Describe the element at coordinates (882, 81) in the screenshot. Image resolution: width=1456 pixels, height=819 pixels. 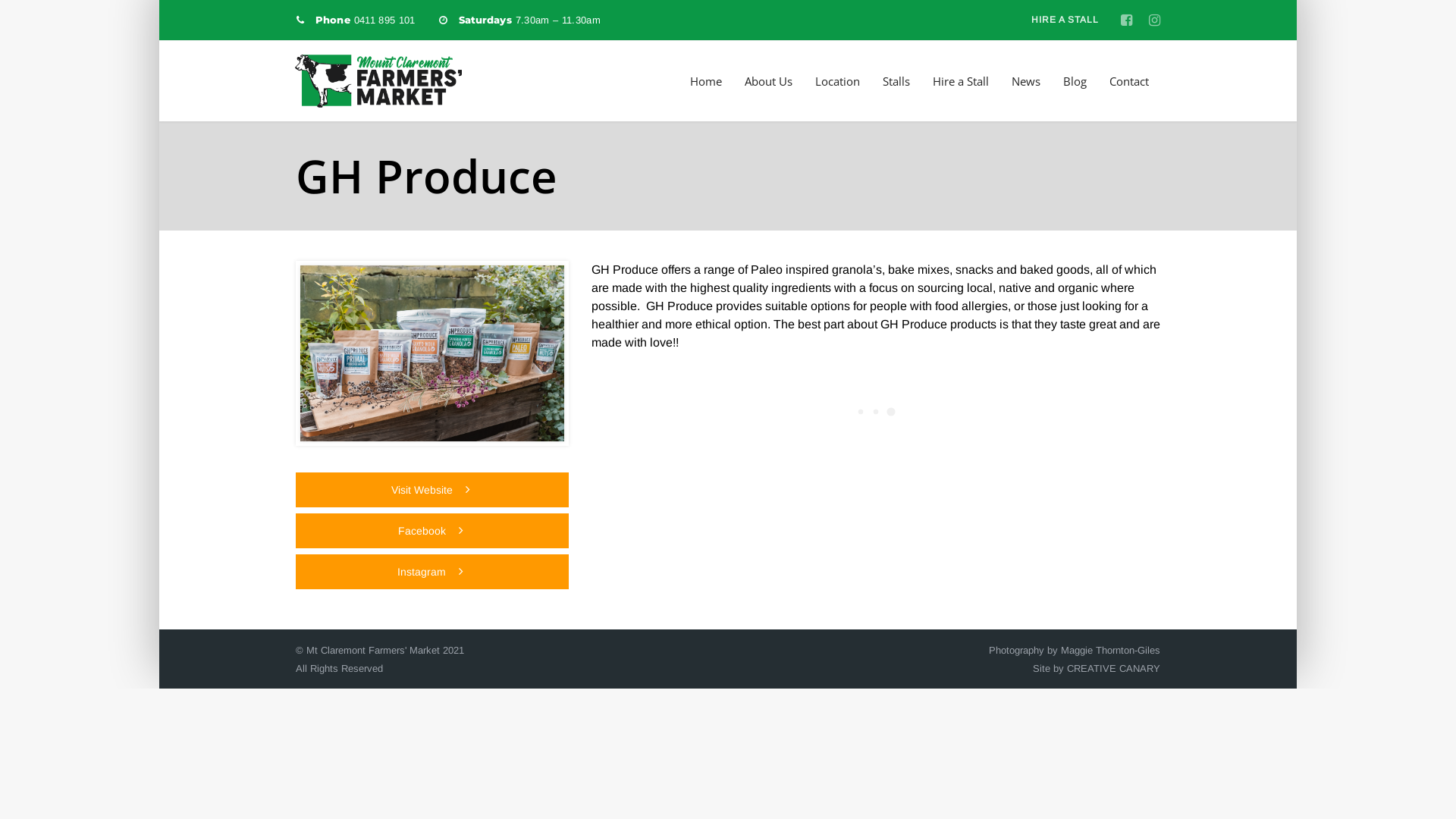
I see `'Stalls'` at that location.